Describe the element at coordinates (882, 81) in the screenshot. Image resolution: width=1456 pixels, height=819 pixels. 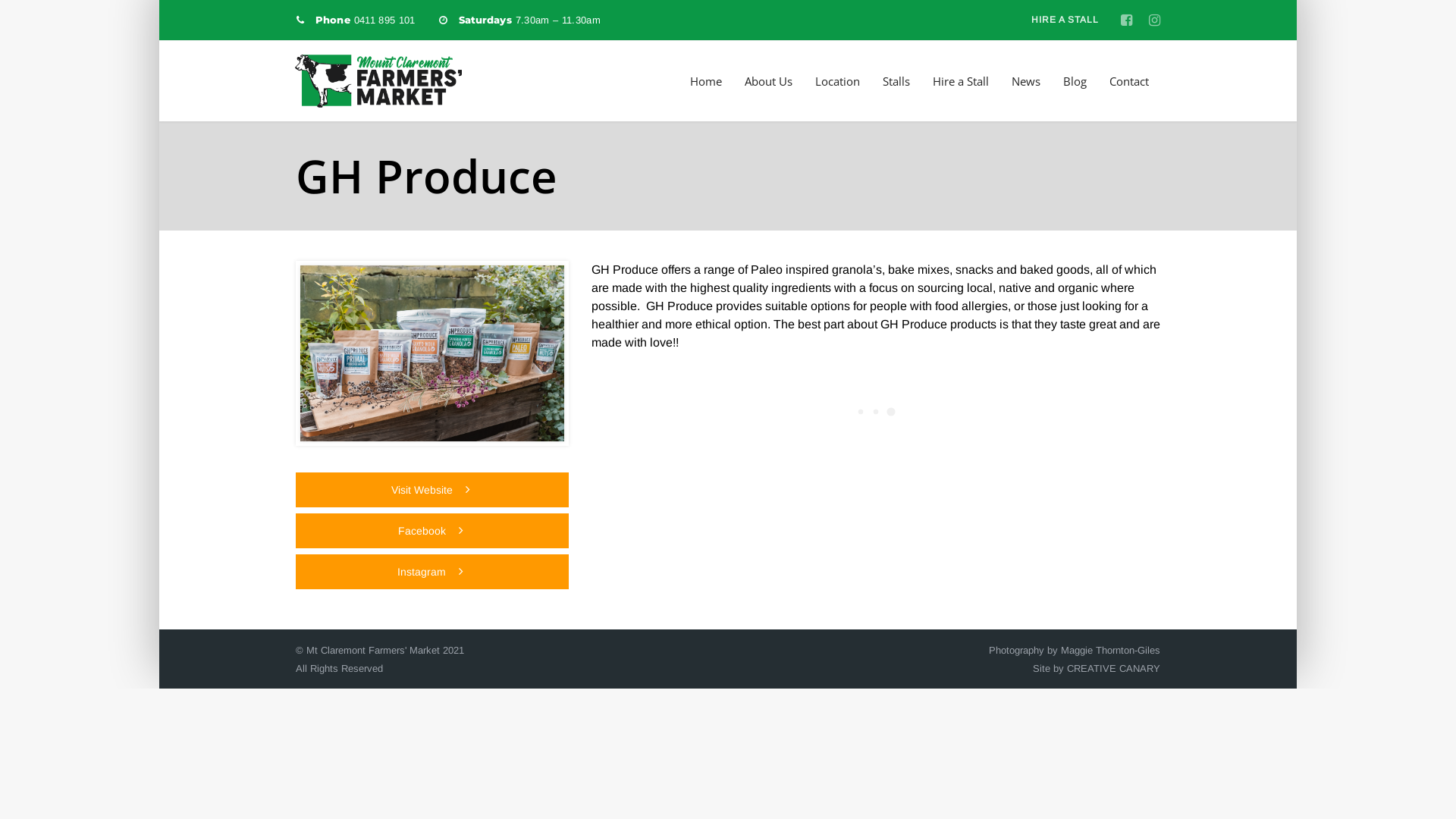
I see `'Stalls'` at that location.